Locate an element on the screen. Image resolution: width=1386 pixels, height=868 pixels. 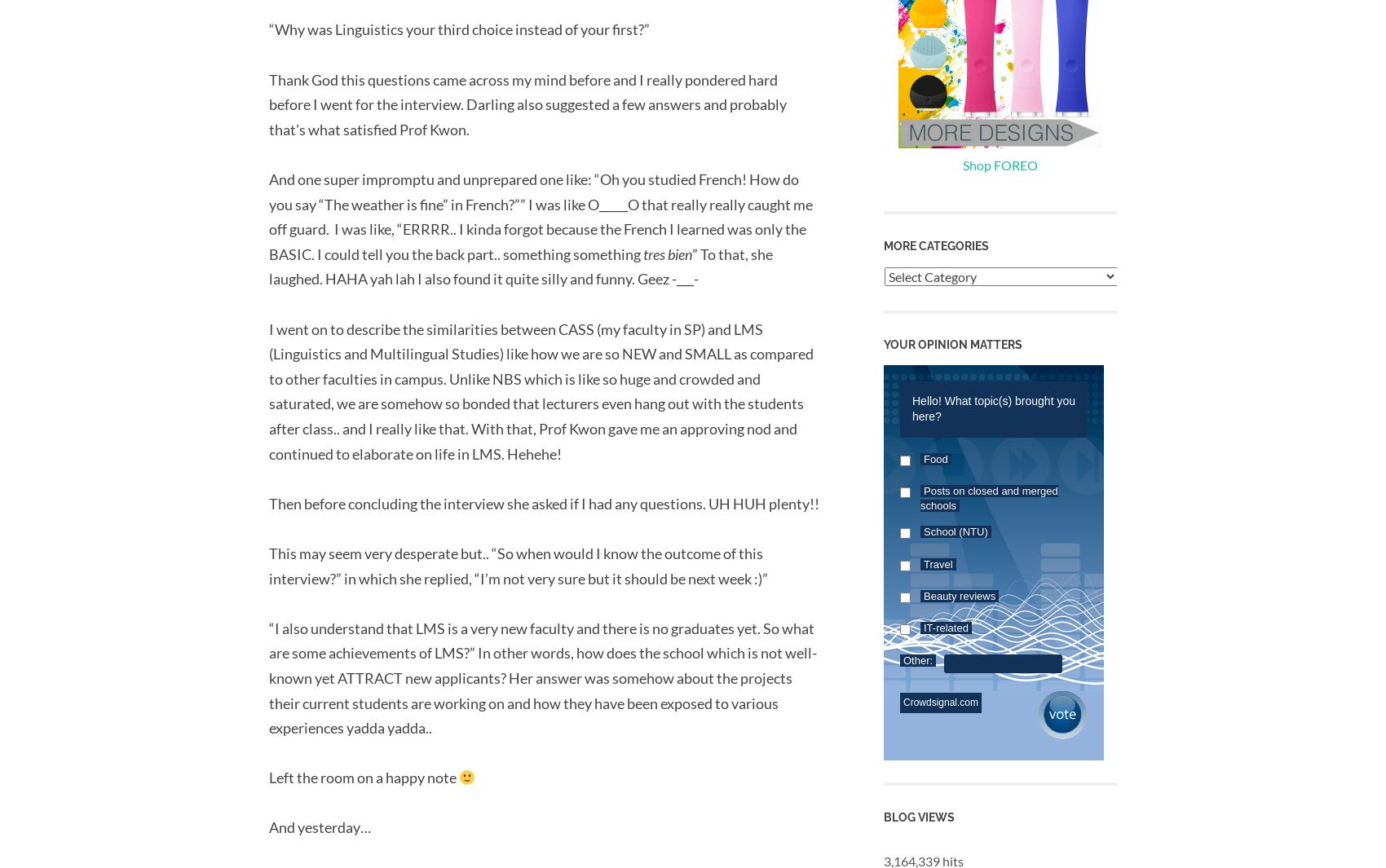
'Food' is located at coordinates (935, 458).